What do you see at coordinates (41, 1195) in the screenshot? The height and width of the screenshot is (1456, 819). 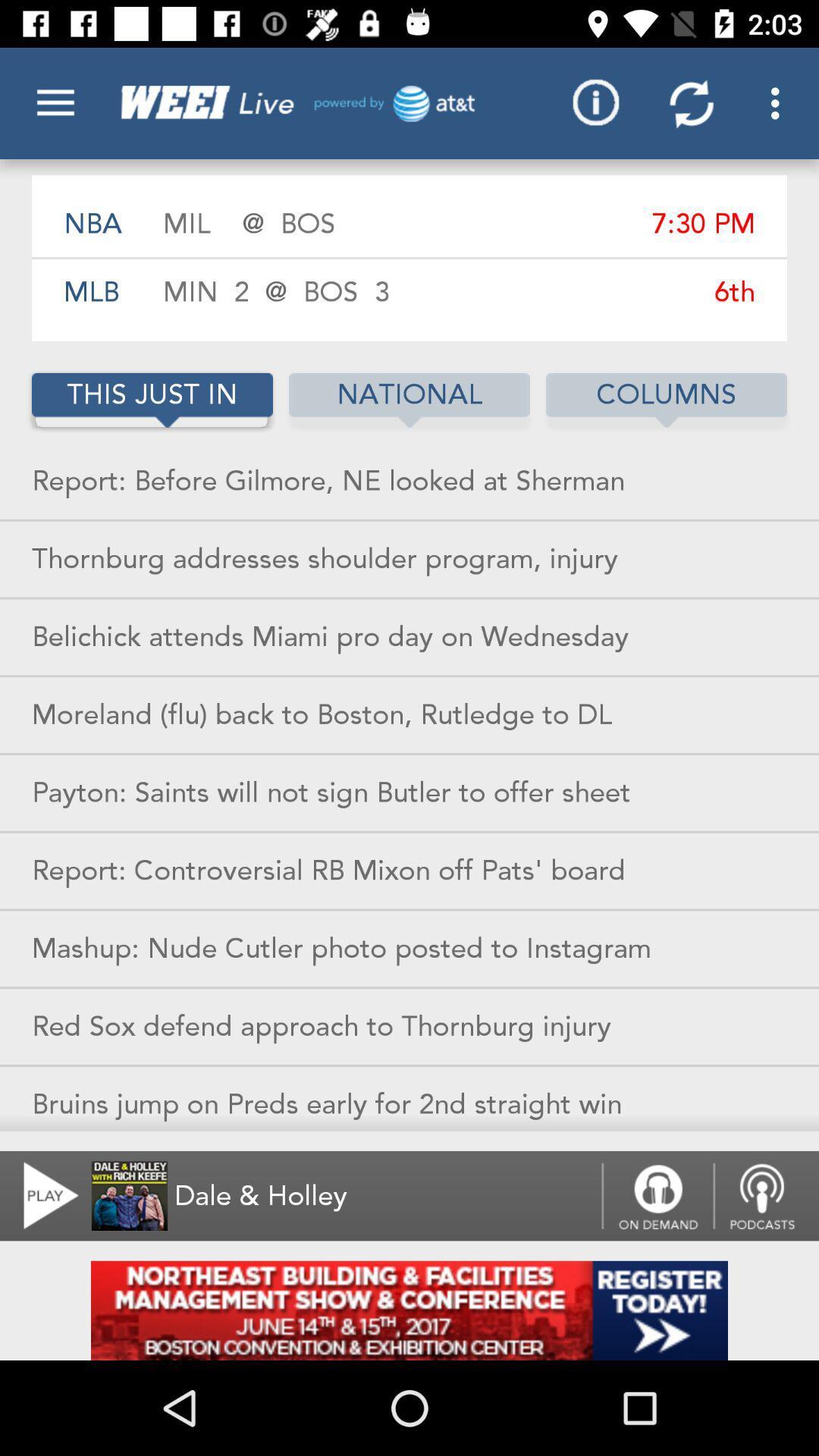 I see `the play icon` at bounding box center [41, 1195].